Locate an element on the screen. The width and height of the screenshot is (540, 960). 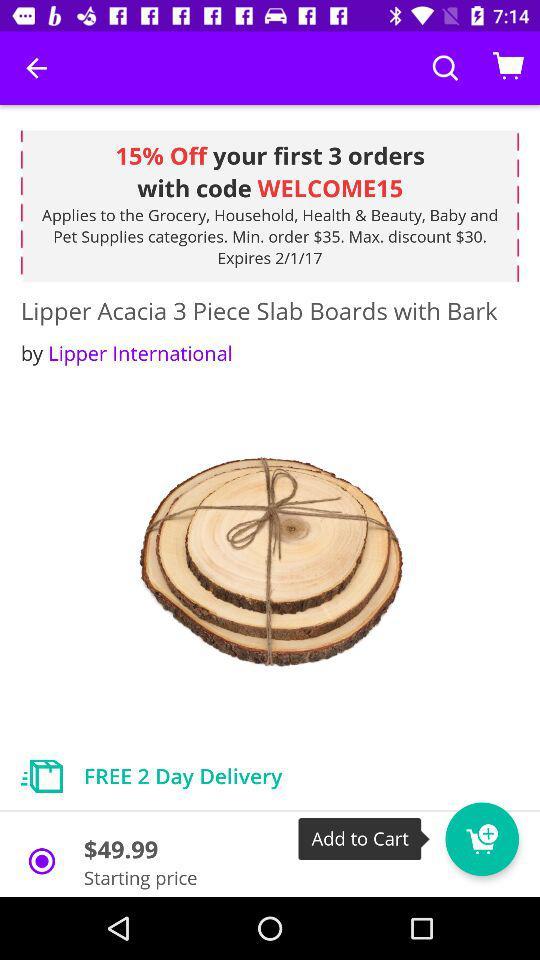
item to the shopping cart is located at coordinates (481, 839).